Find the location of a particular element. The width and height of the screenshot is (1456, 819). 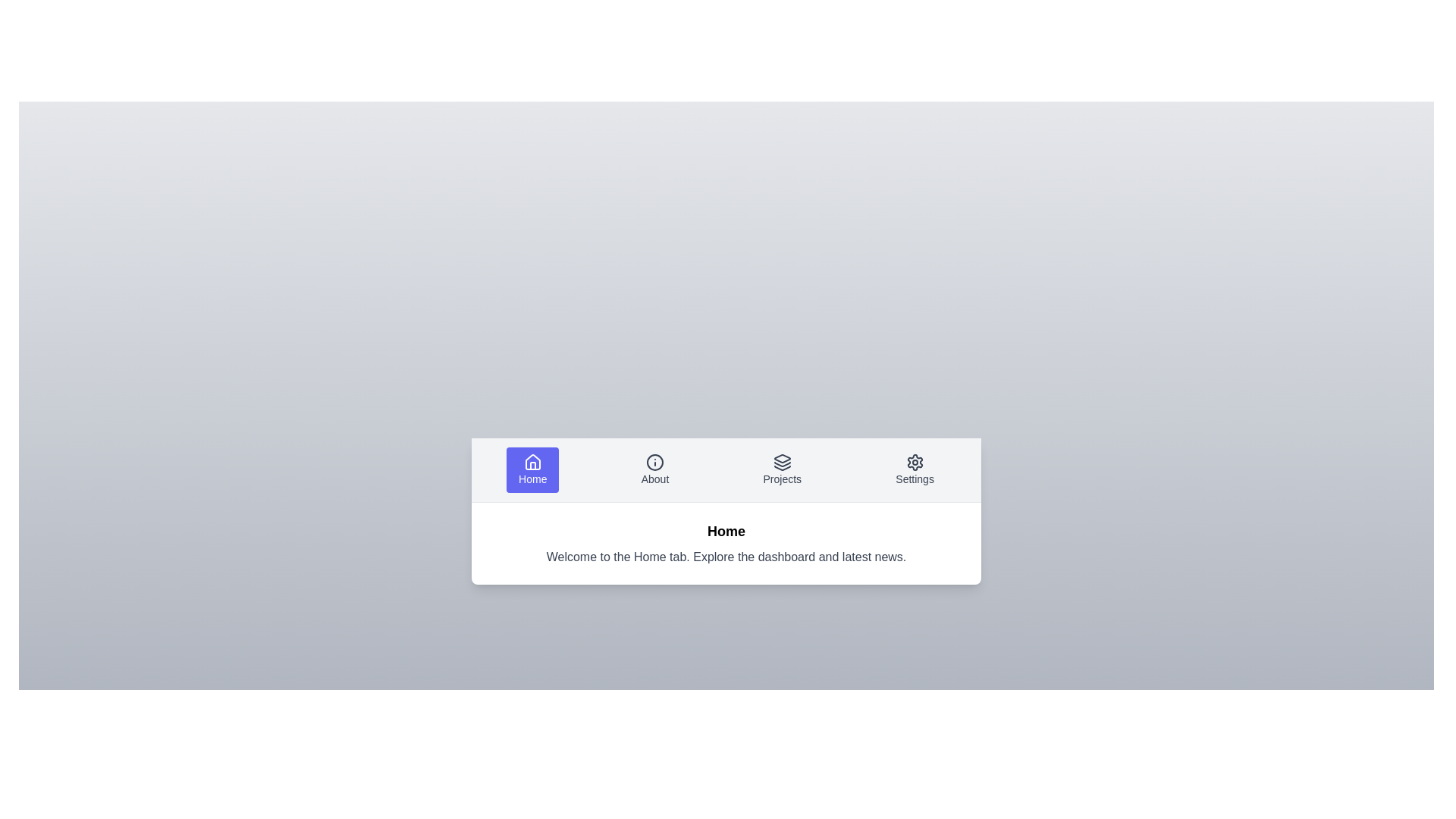

the tab labeled Settings to inspect its layout and content is located at coordinates (913, 468).